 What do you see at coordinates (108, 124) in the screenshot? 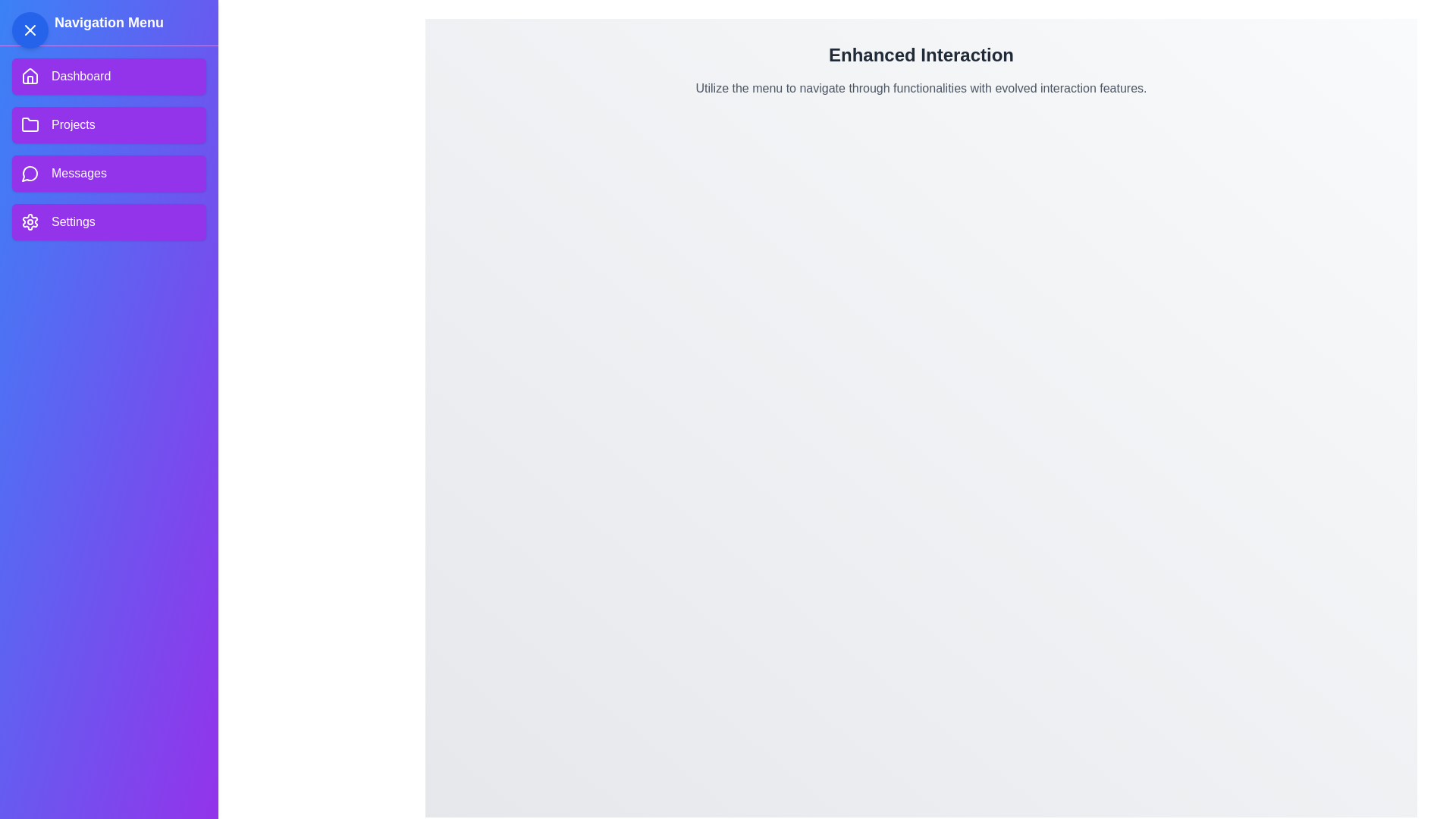
I see `the menu item Projects to reveal its hover effect` at bounding box center [108, 124].